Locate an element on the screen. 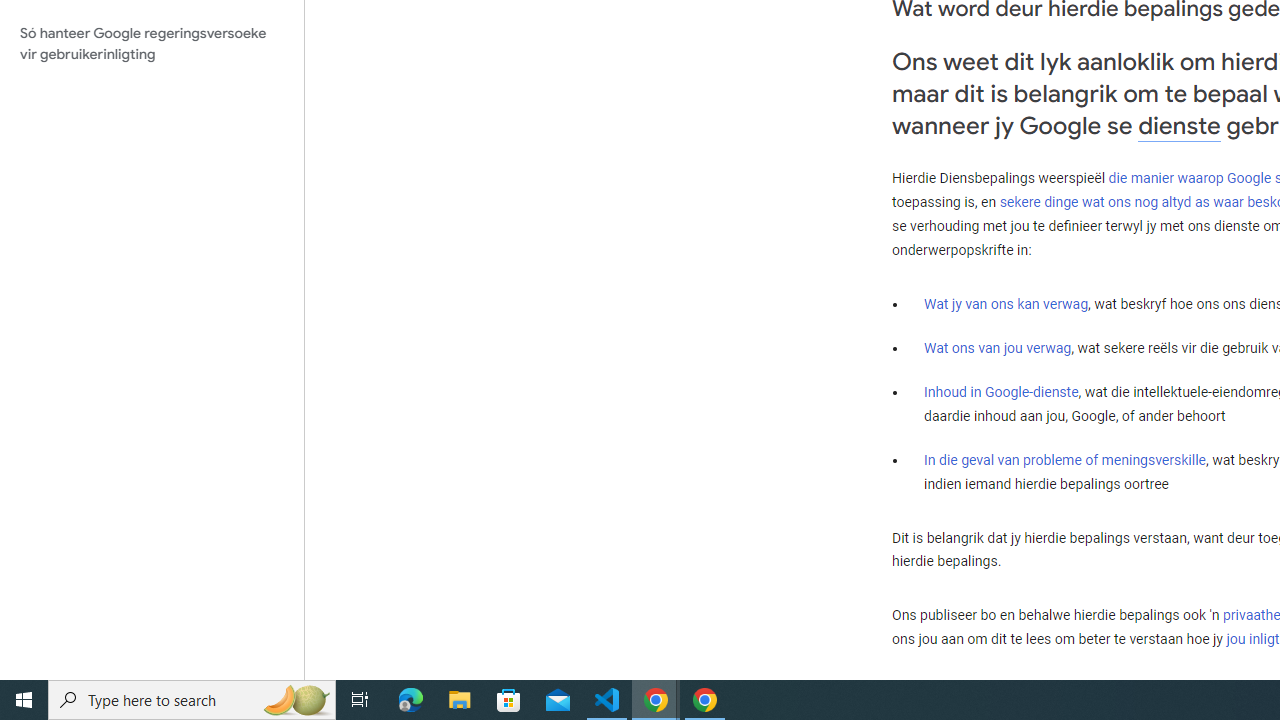 Image resolution: width=1280 pixels, height=720 pixels. 'Start' is located at coordinates (24, 698).